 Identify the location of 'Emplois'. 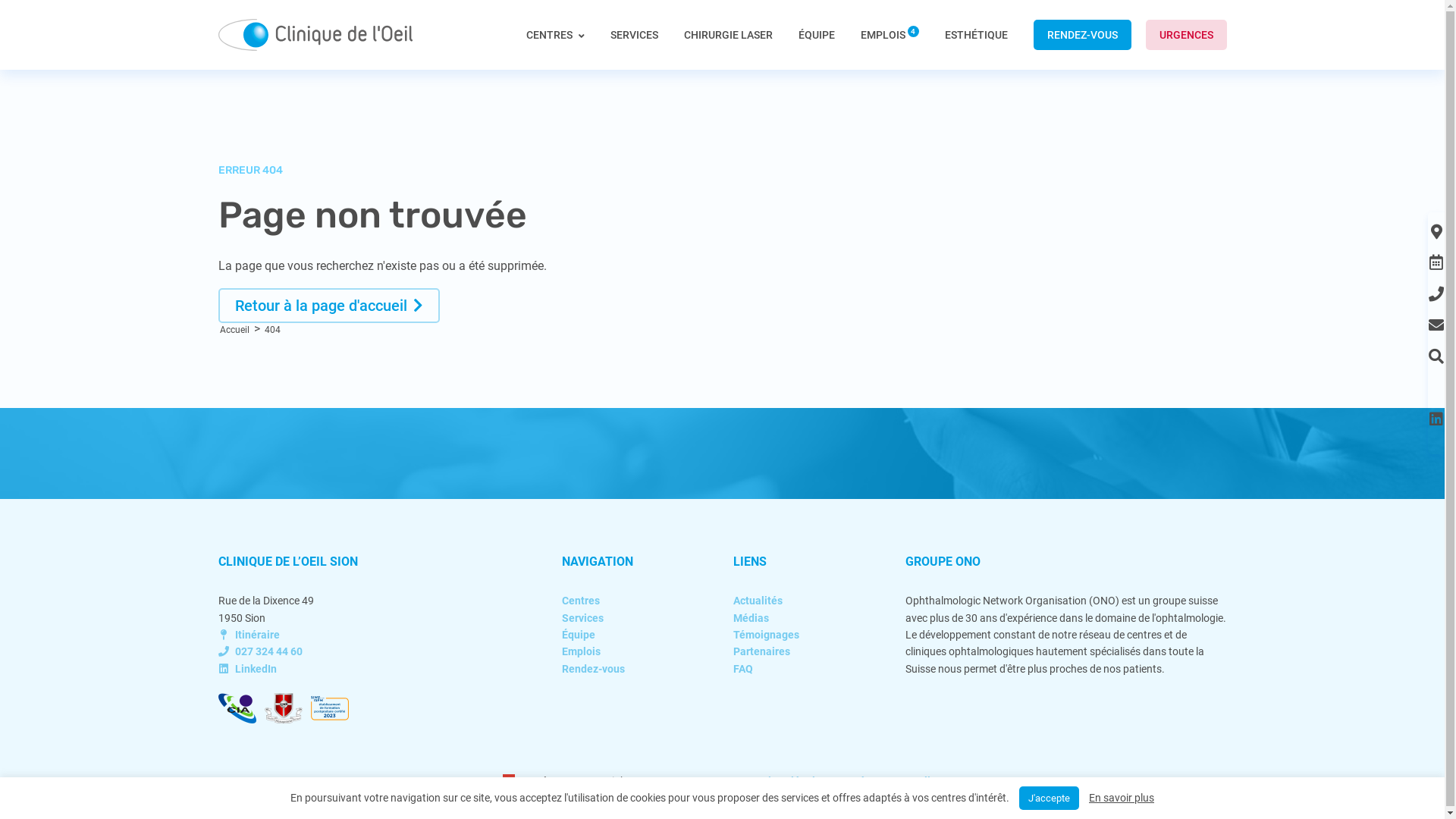
(580, 651).